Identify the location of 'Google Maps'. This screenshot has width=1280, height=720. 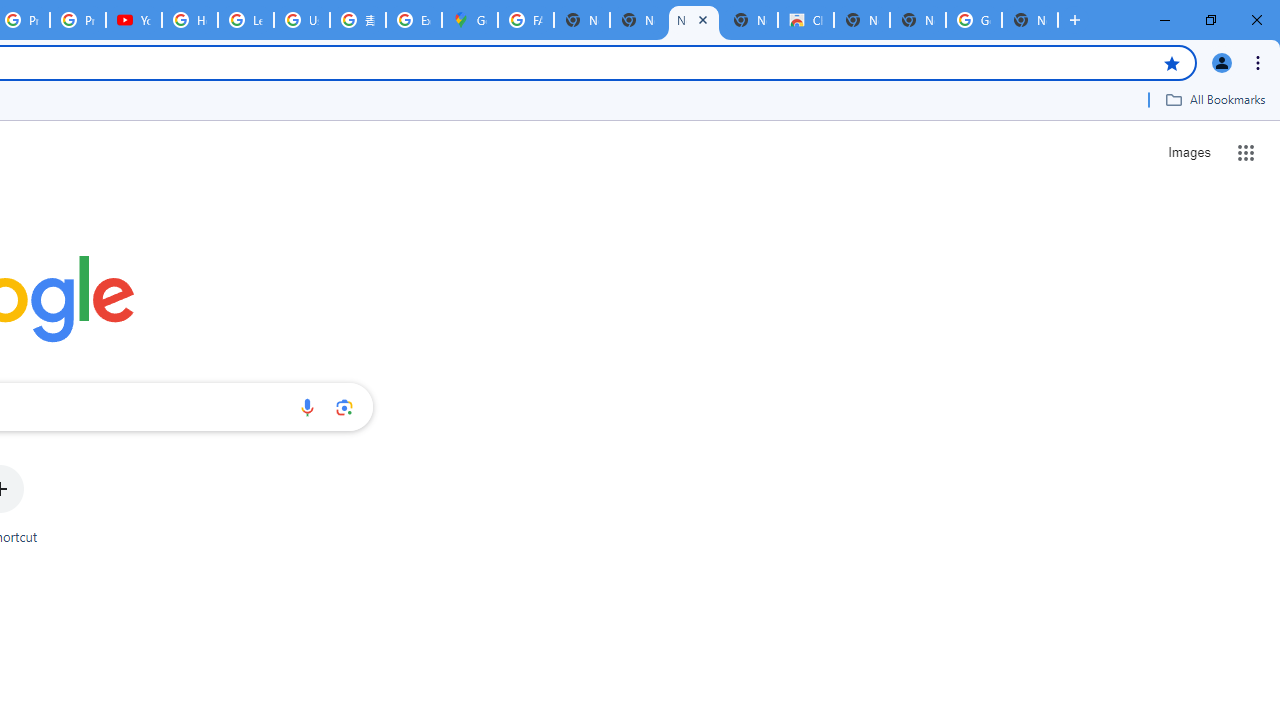
(468, 20).